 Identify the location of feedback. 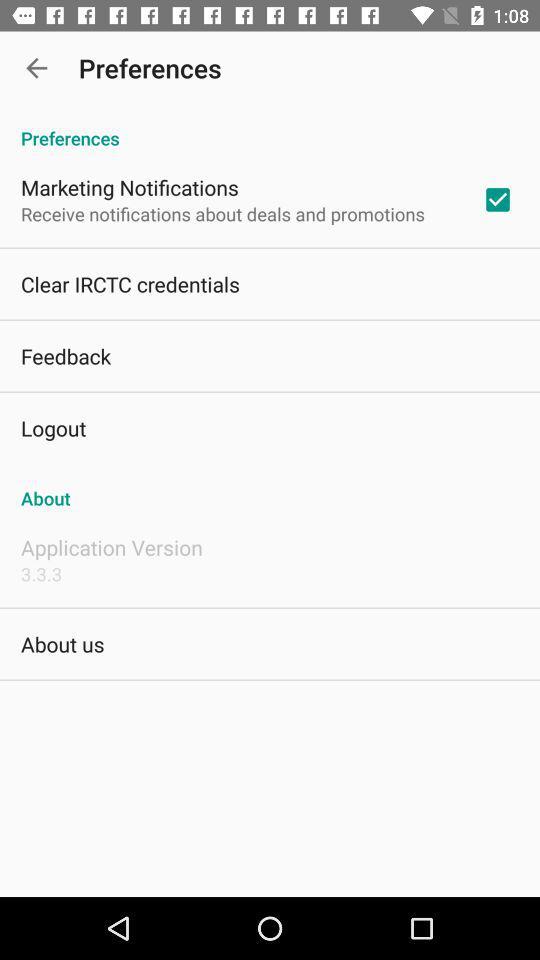
(65, 356).